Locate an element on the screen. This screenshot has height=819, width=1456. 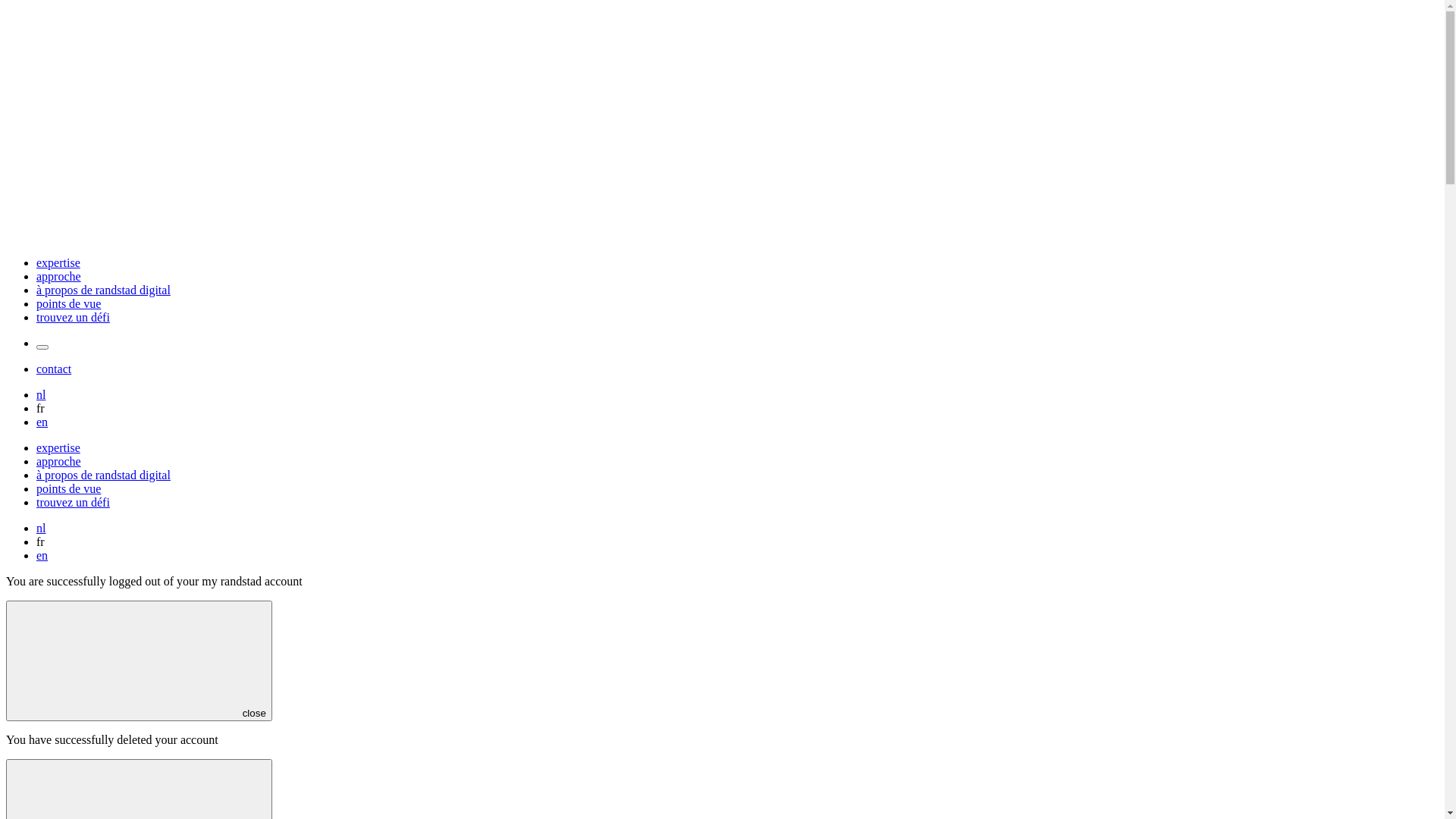
'points de vue' is located at coordinates (67, 303).